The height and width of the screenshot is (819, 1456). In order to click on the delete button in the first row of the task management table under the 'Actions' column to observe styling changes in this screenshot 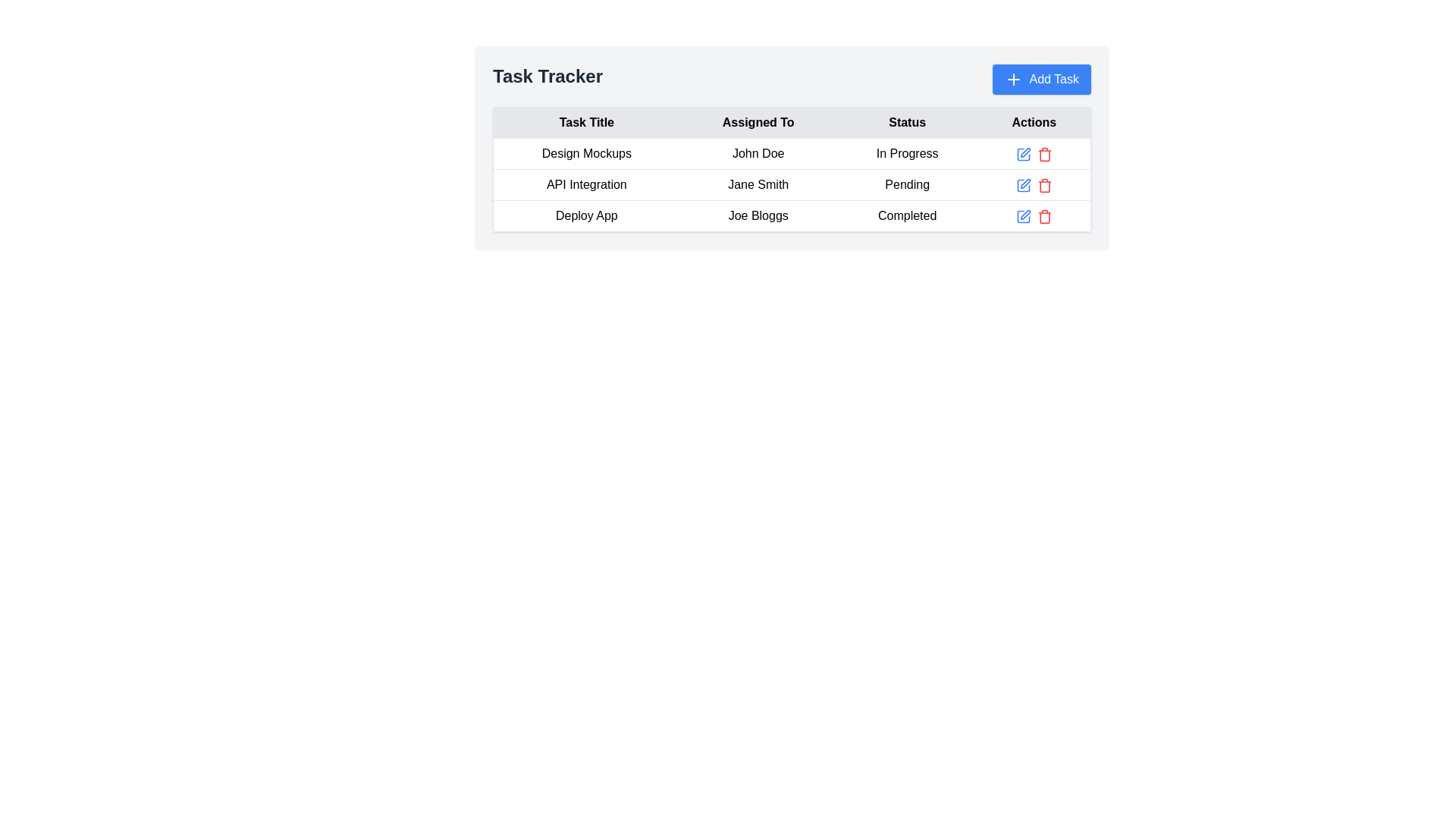, I will do `click(1043, 154)`.